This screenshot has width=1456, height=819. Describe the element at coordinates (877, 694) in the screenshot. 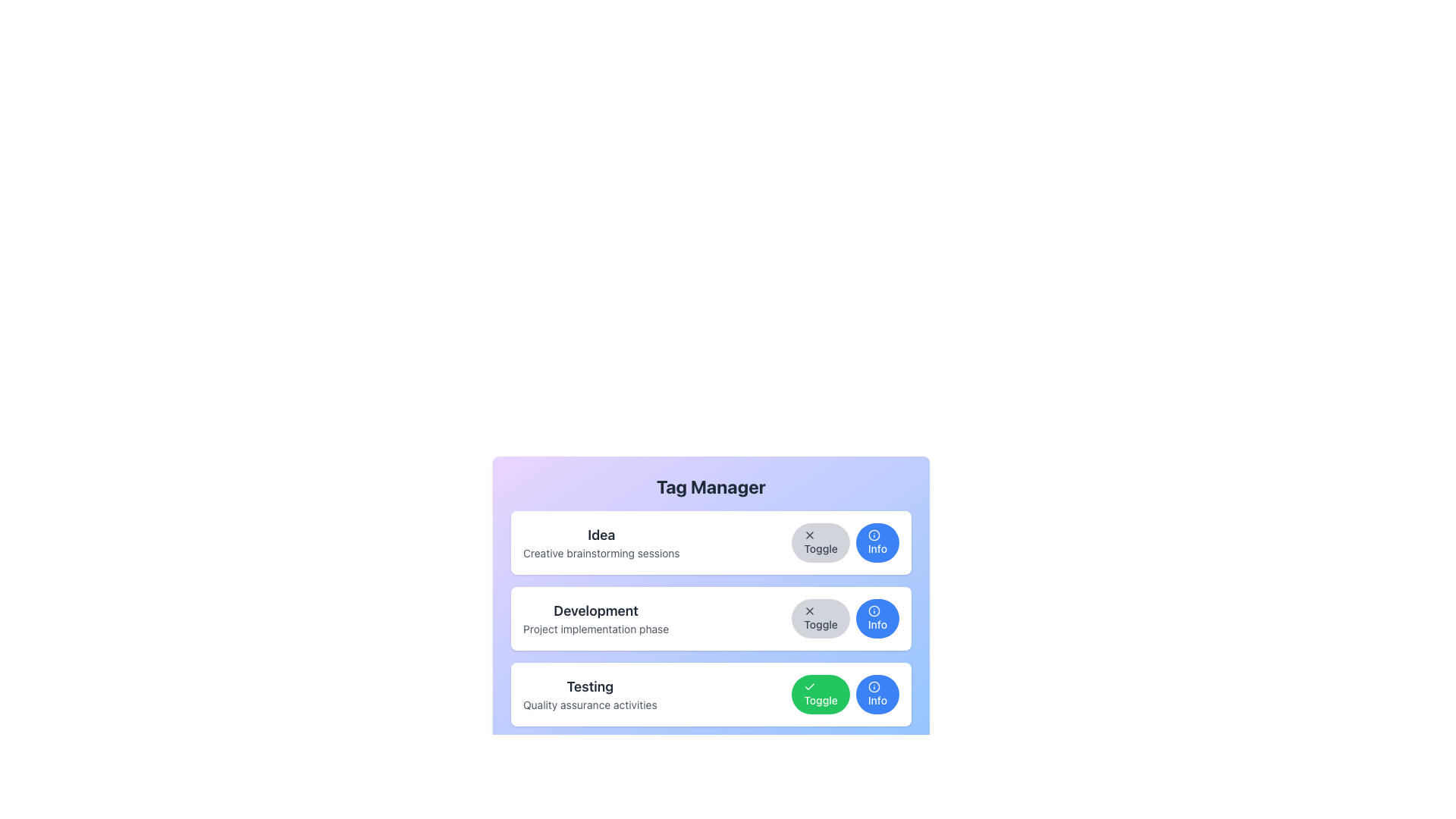

I see `the circular blue 'Info' button with white text and an information icon` at that location.